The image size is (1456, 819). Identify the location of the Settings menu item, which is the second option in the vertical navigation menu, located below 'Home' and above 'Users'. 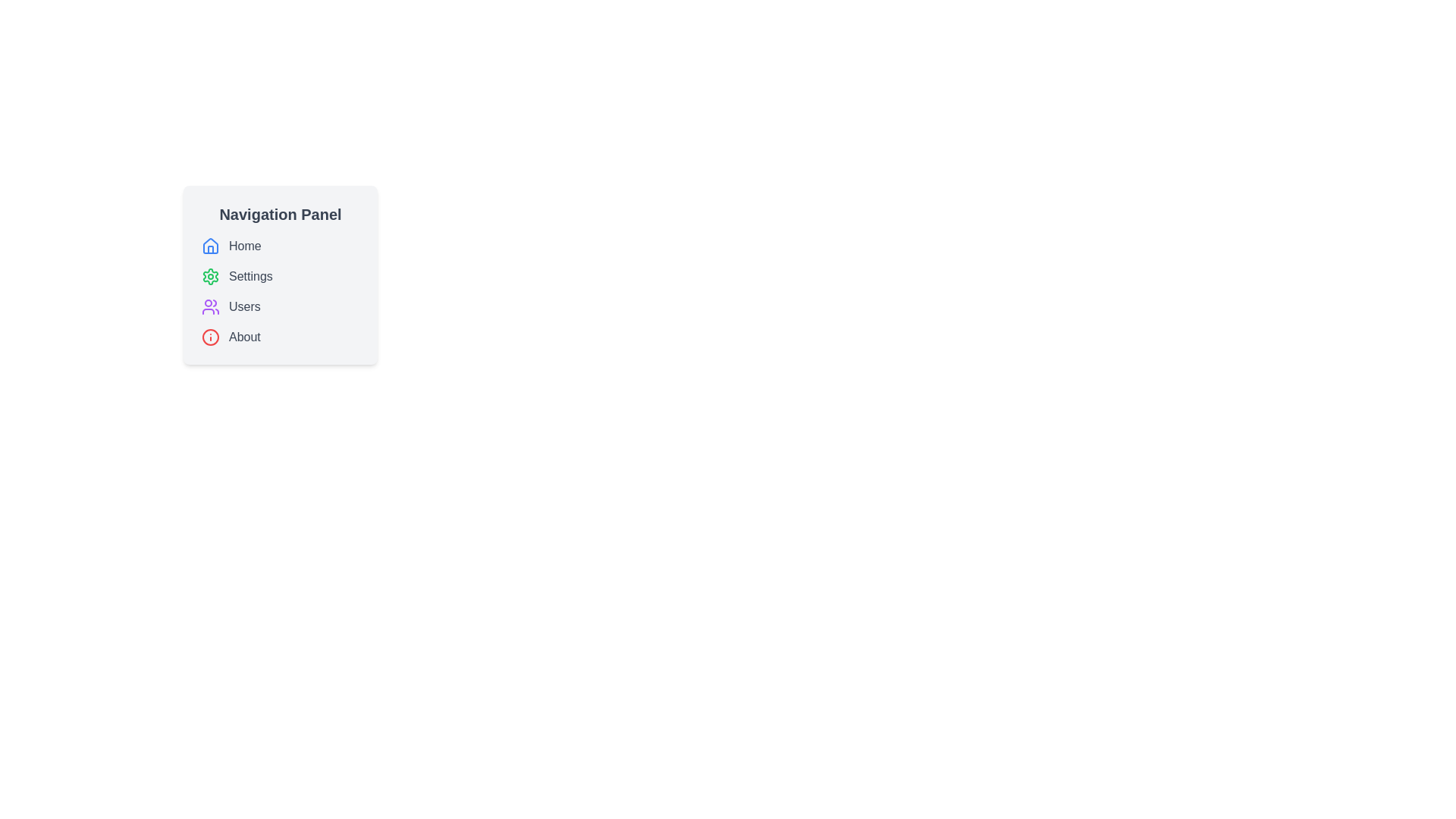
(280, 277).